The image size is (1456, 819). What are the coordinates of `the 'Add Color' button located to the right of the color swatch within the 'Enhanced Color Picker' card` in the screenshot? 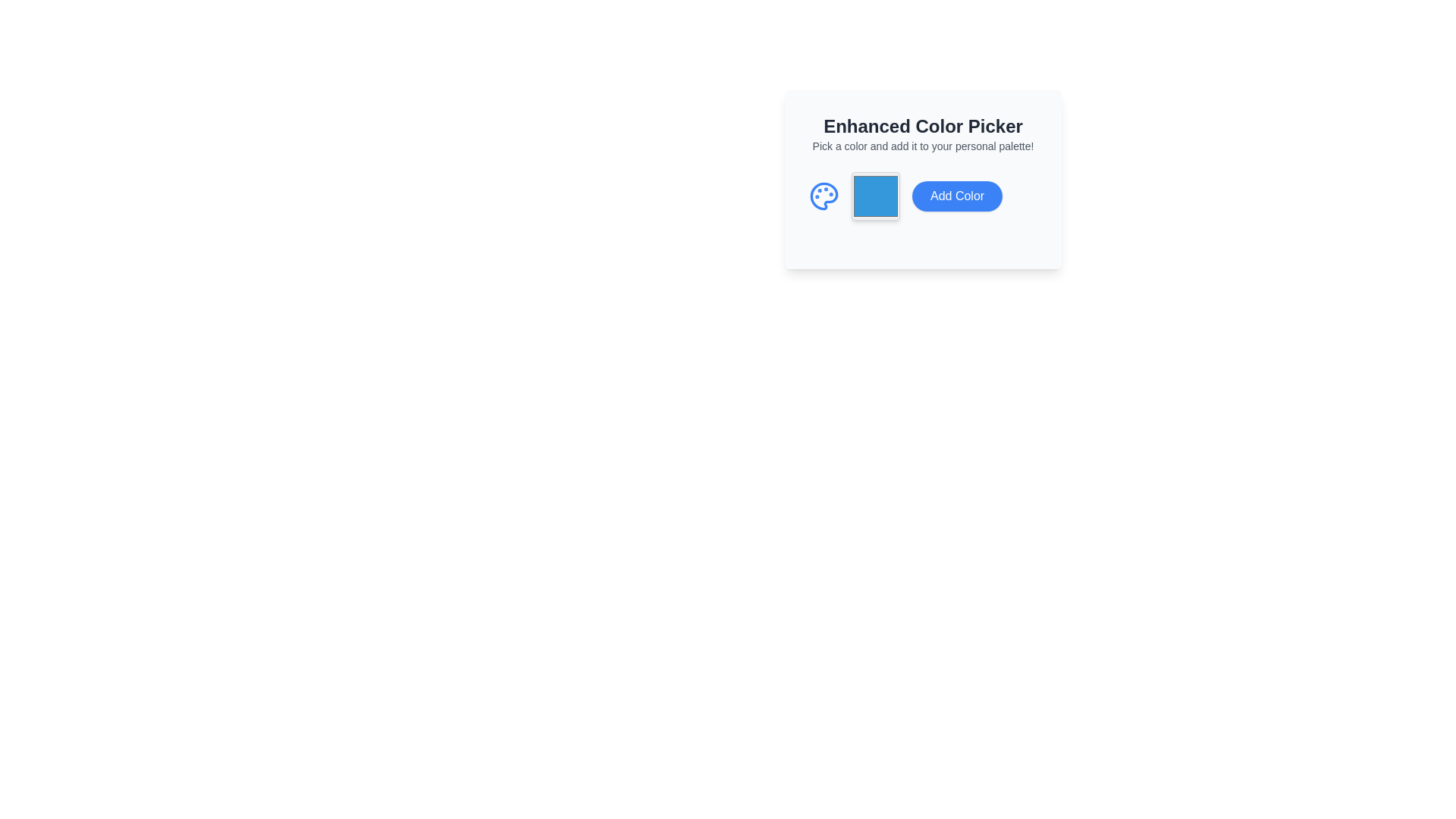 It's located at (956, 195).